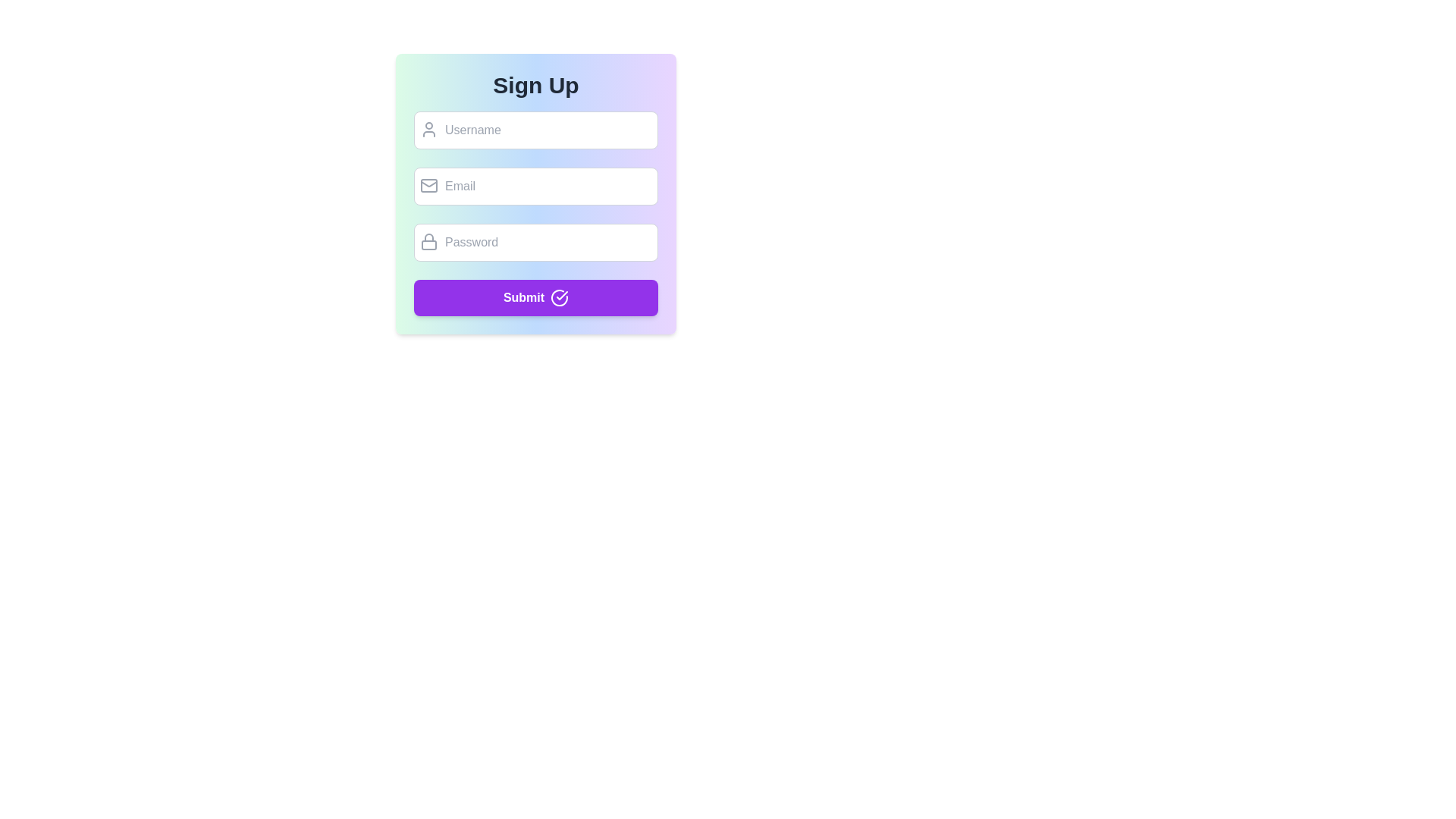 Image resolution: width=1456 pixels, height=819 pixels. What do you see at coordinates (559, 298) in the screenshot?
I see `the confirmation icon located inside the 'Submit' button, positioned to the right of the 'Submit' text label` at bounding box center [559, 298].